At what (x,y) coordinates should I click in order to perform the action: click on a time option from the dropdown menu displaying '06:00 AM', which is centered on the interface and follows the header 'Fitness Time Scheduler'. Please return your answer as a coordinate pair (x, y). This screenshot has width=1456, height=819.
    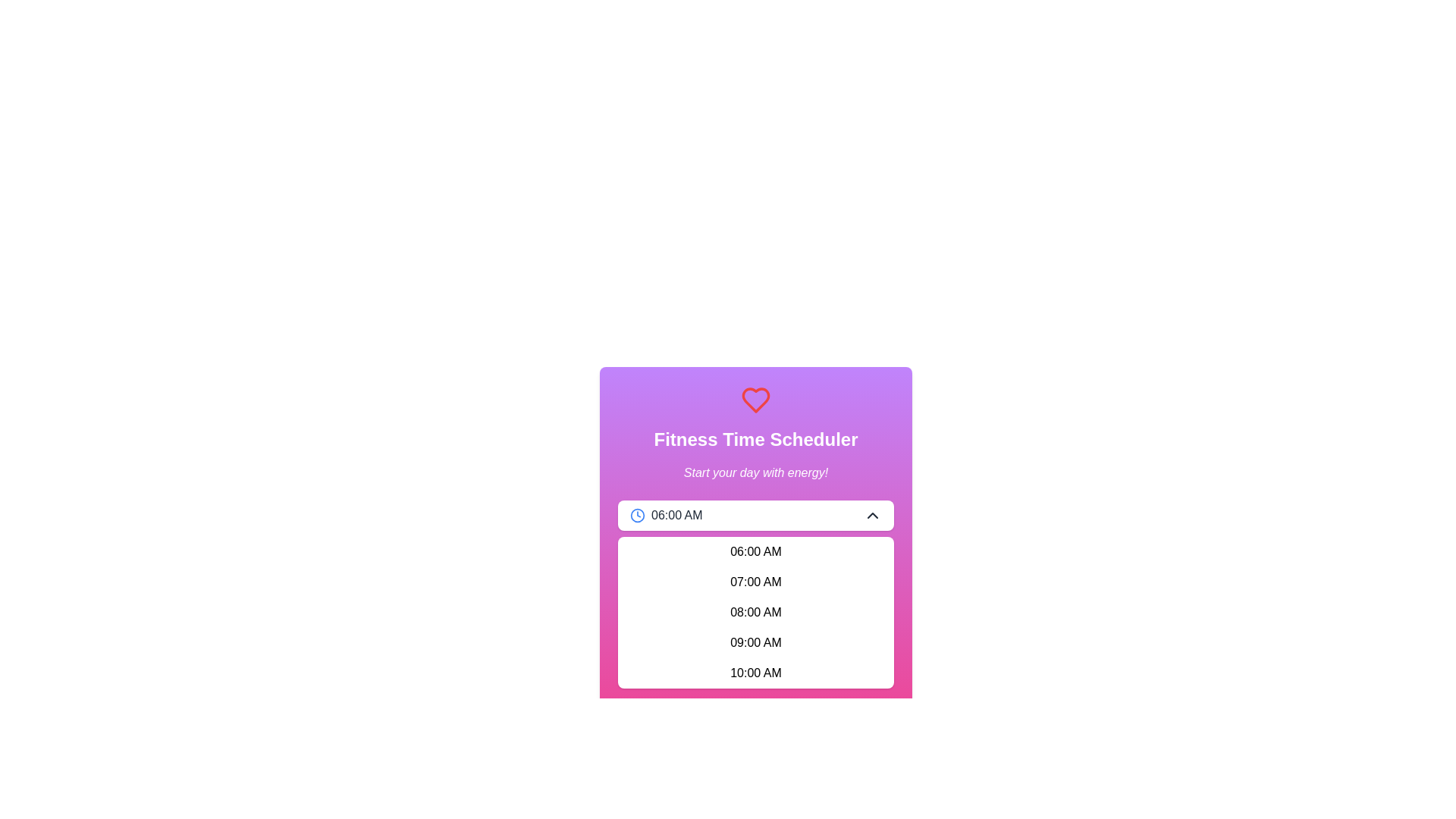
    Looking at the image, I should click on (756, 522).